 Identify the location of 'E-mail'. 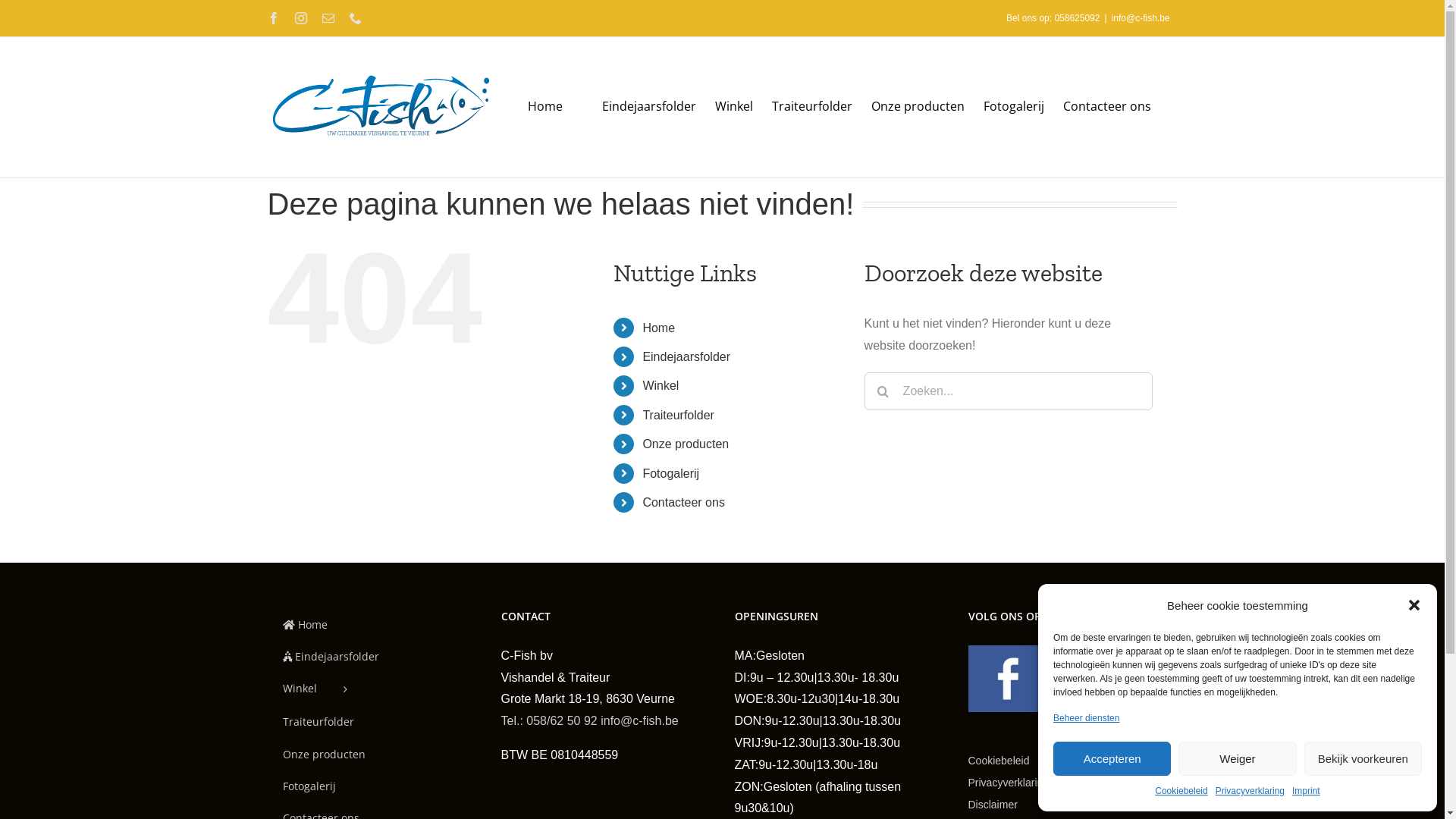
(320, 17).